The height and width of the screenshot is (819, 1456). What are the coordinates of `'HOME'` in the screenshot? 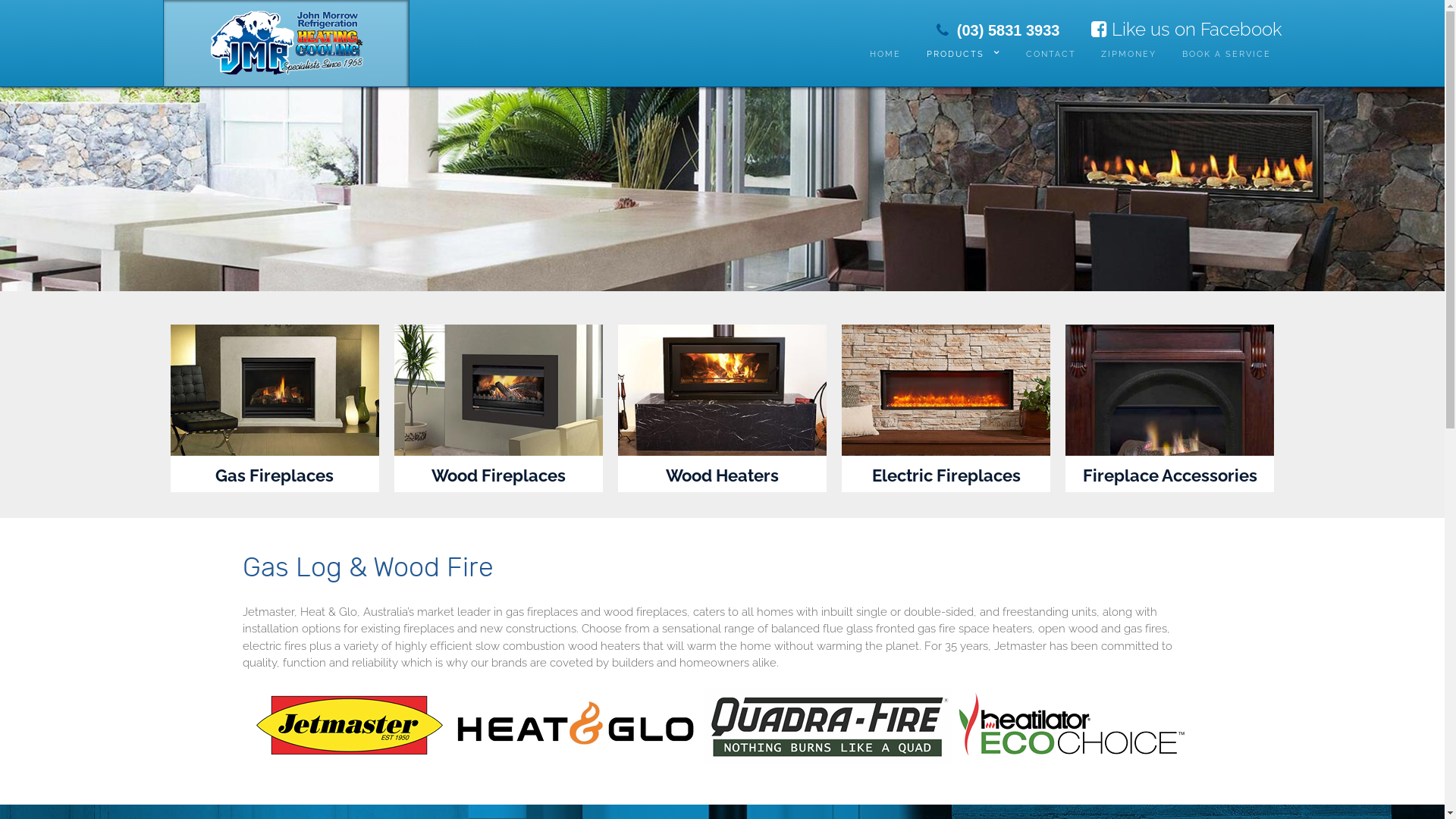 It's located at (858, 53).